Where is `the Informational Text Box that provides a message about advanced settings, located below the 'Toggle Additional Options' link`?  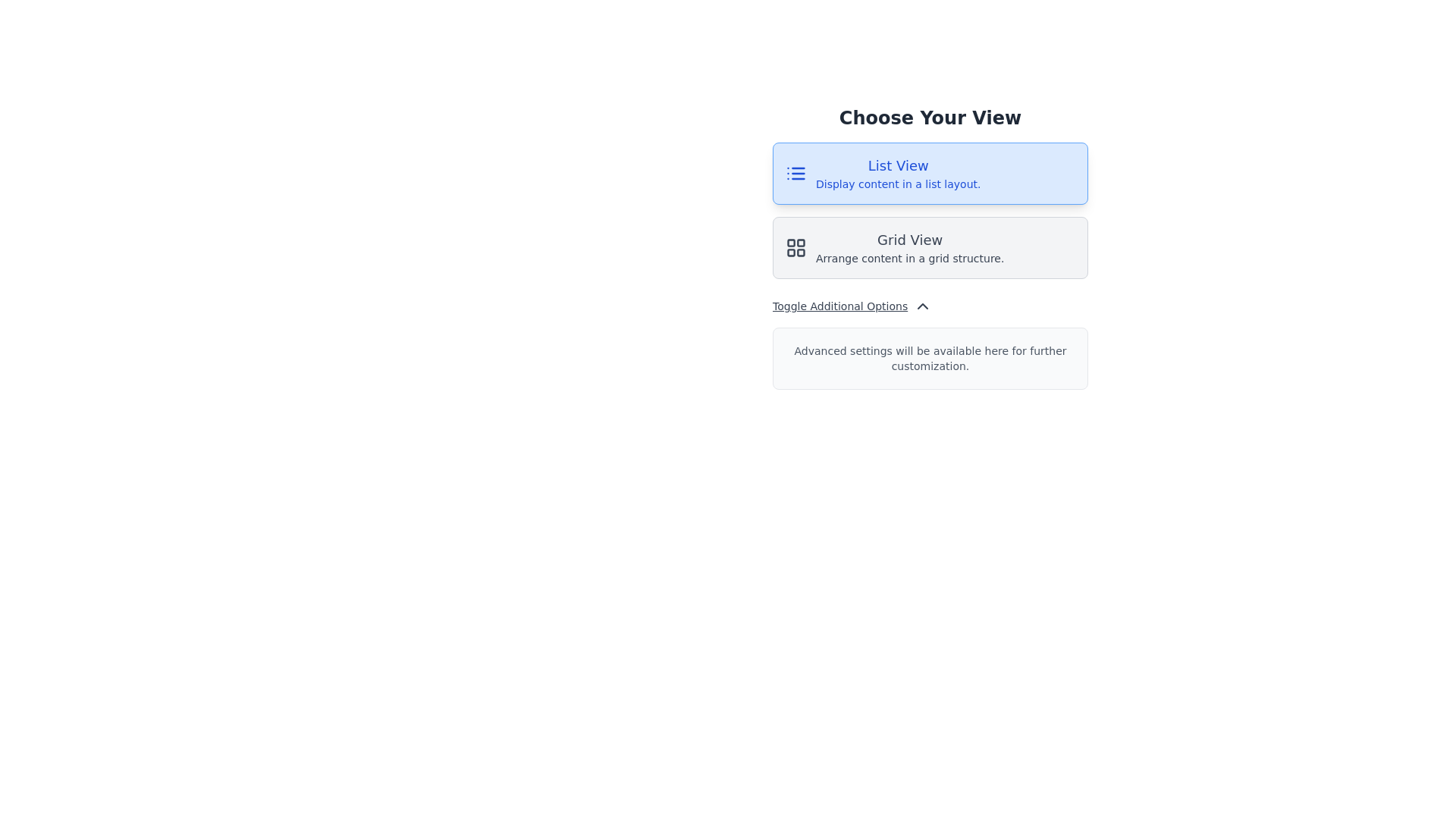 the Informational Text Box that provides a message about advanced settings, located below the 'Toggle Additional Options' link is located at coordinates (930, 359).